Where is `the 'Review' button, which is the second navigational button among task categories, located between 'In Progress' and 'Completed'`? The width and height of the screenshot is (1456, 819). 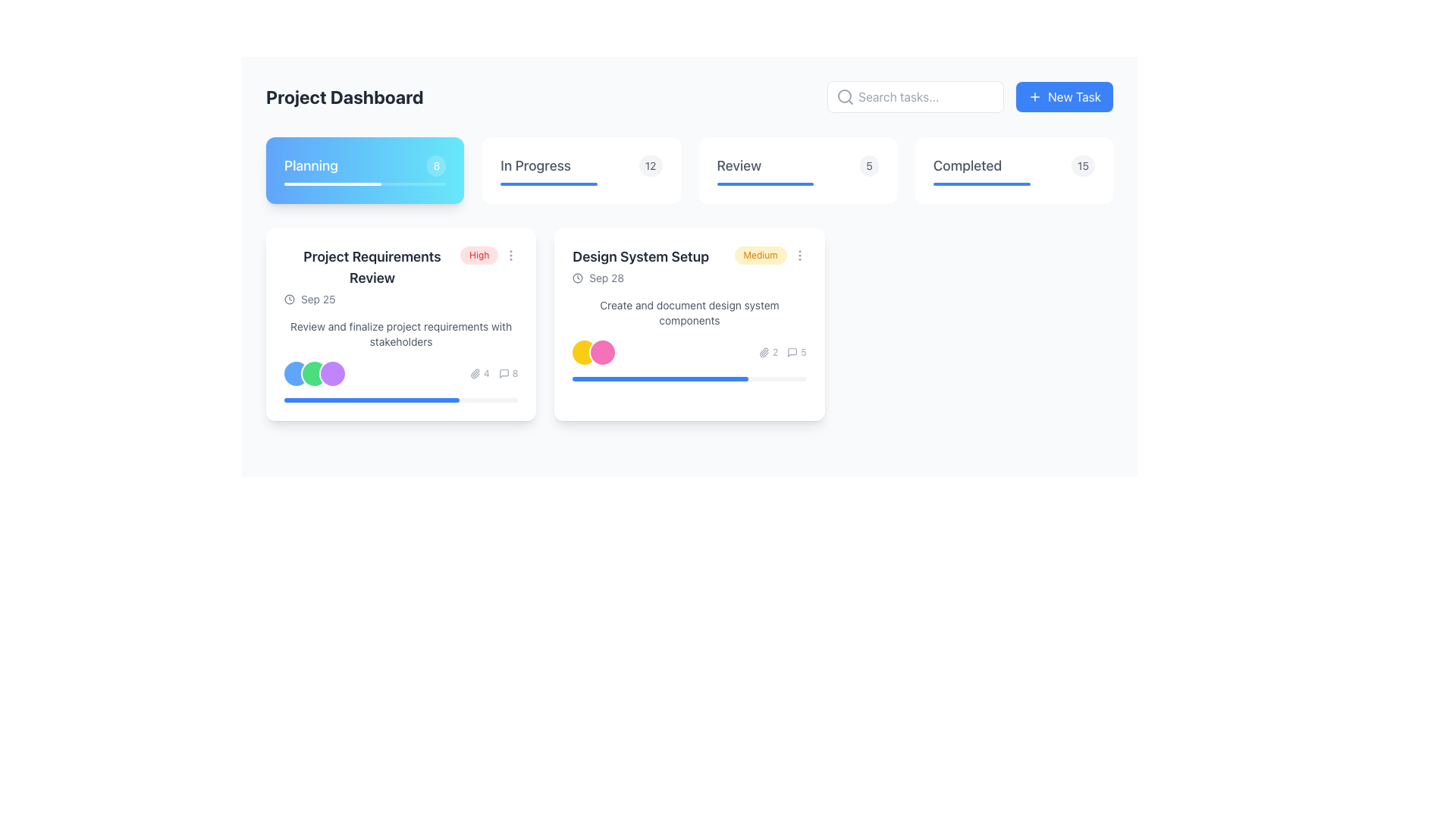
the 'Review' button, which is the second navigational button among task categories, located between 'In Progress' and 'Completed' is located at coordinates (797, 166).